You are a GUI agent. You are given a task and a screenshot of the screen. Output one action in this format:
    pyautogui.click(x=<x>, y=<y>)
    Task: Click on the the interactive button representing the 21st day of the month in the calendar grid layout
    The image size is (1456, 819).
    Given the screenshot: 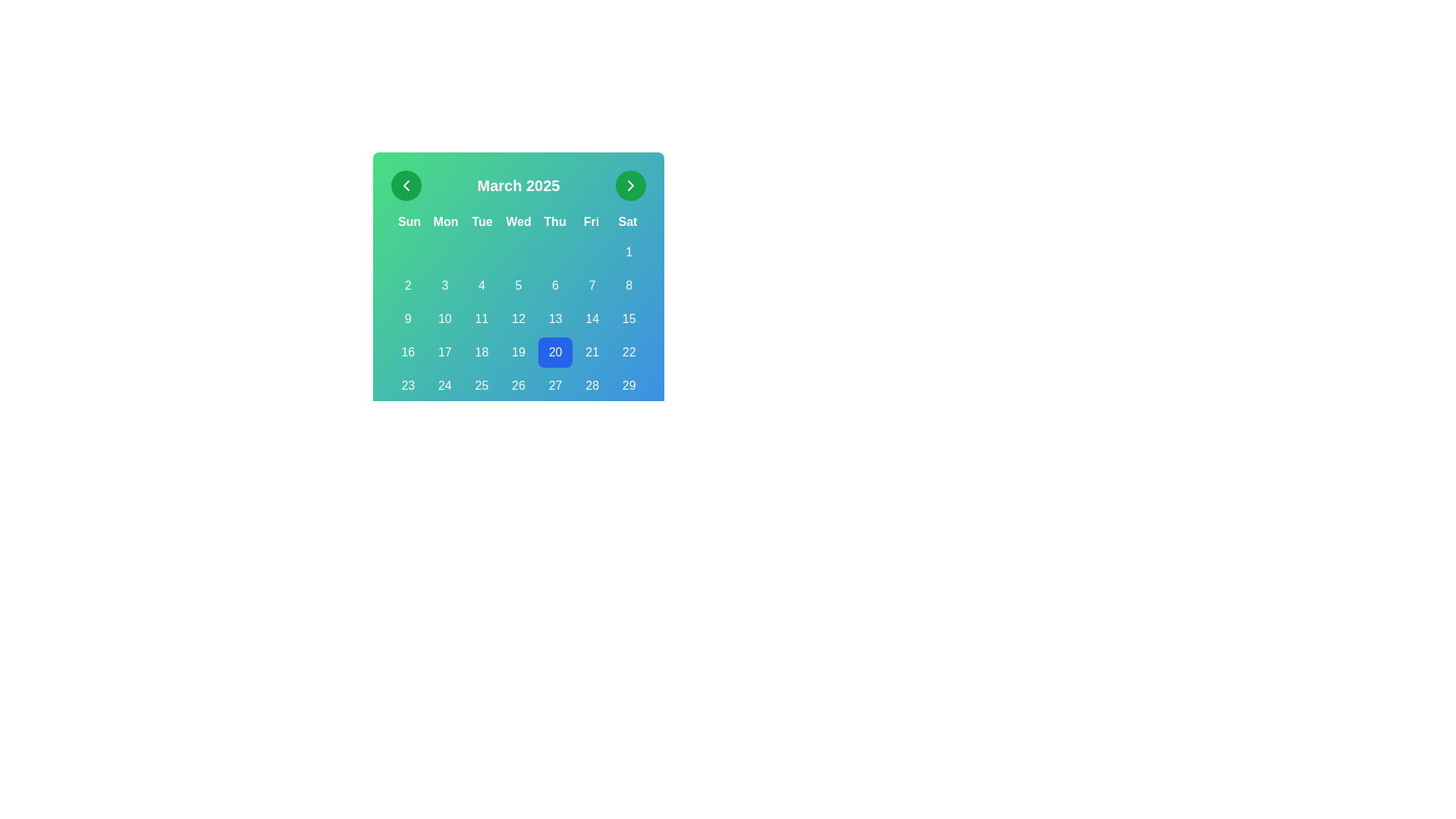 What is the action you would take?
    pyautogui.click(x=591, y=353)
    